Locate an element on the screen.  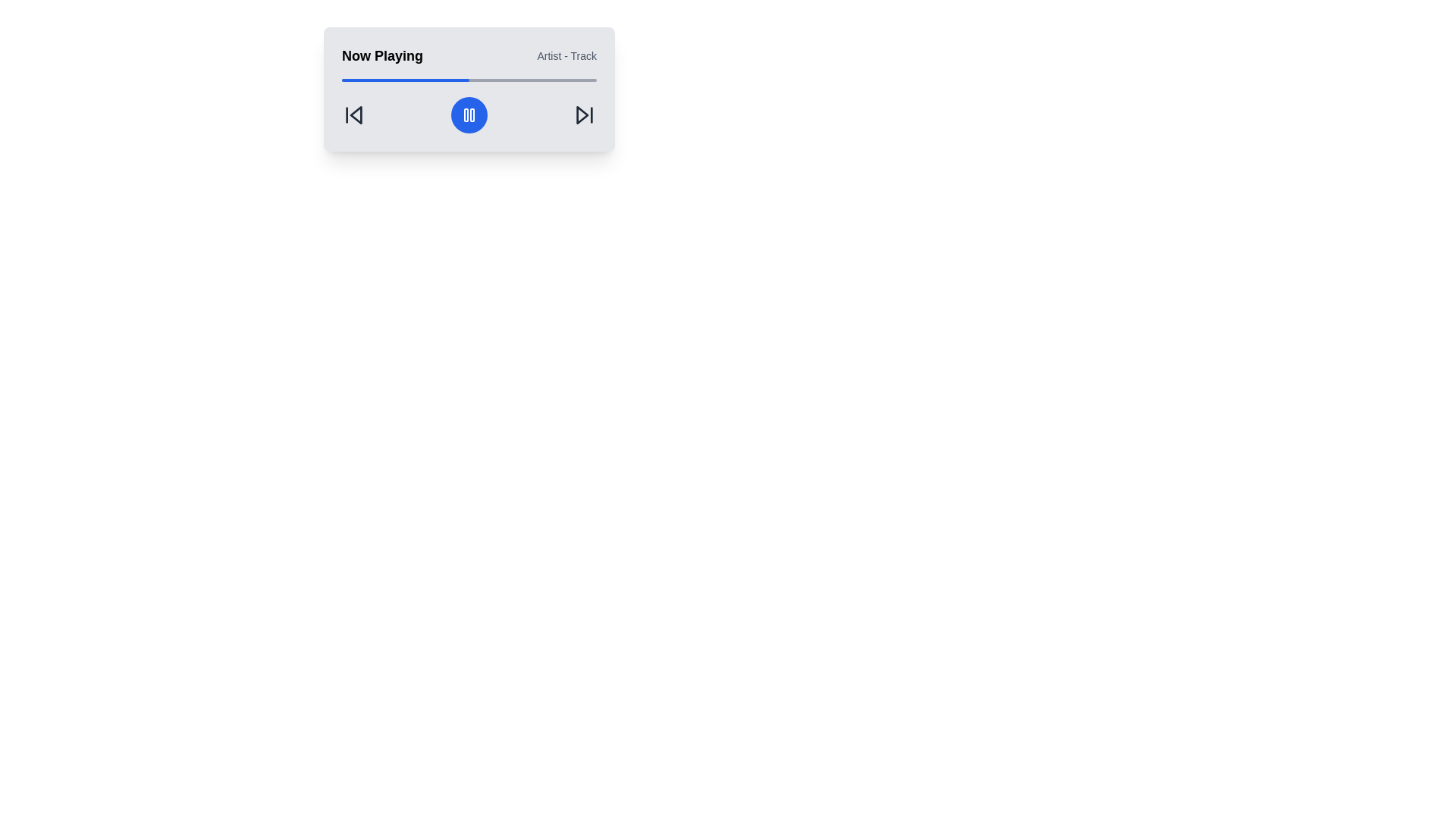
the forward skip button, which is the fourth item in the horizontal sequence of controls is located at coordinates (584, 114).